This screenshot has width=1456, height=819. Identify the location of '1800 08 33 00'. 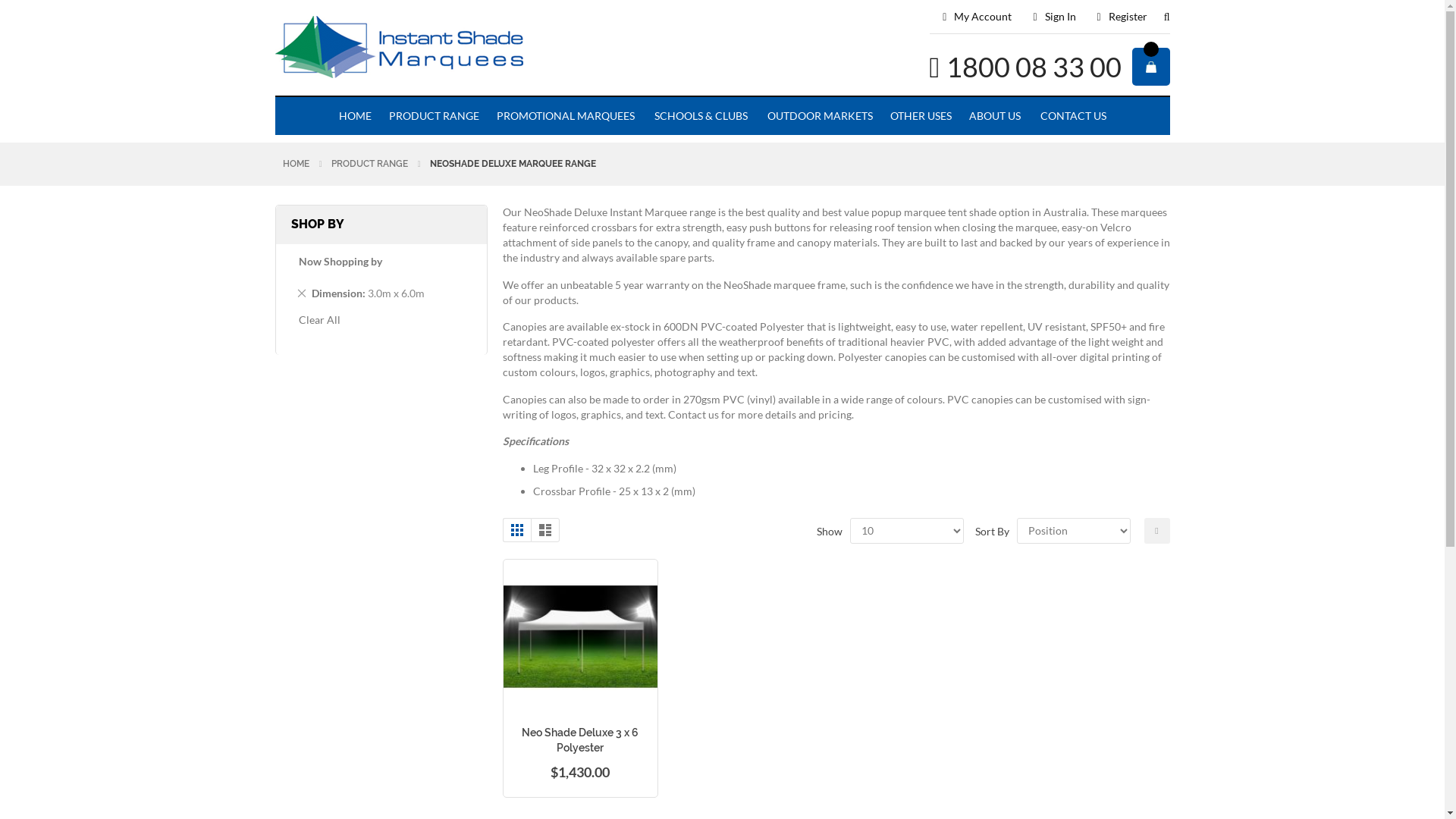
(1033, 66).